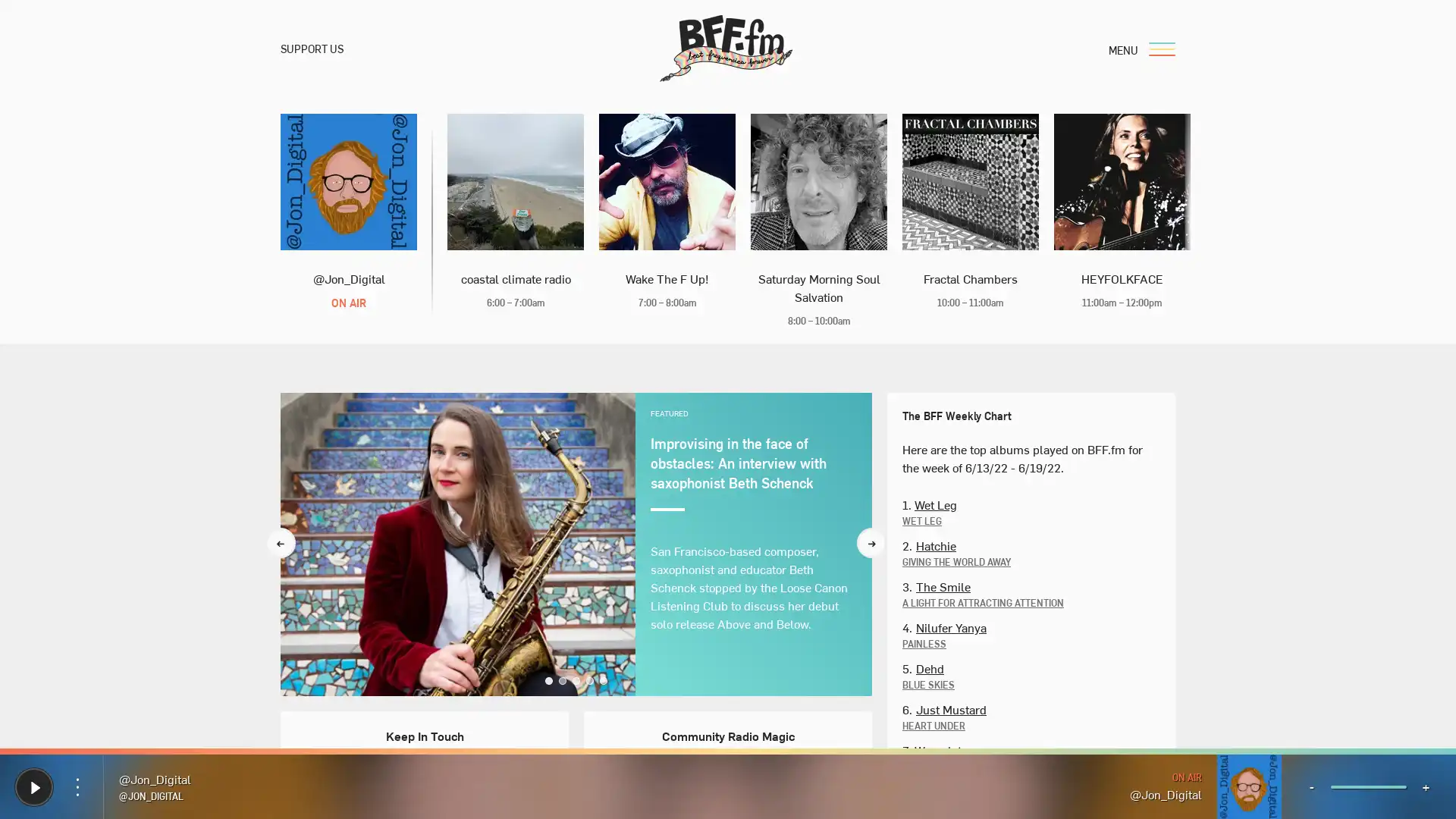 This screenshot has height=819, width=1456. I want to click on Search, so click(878, 531).